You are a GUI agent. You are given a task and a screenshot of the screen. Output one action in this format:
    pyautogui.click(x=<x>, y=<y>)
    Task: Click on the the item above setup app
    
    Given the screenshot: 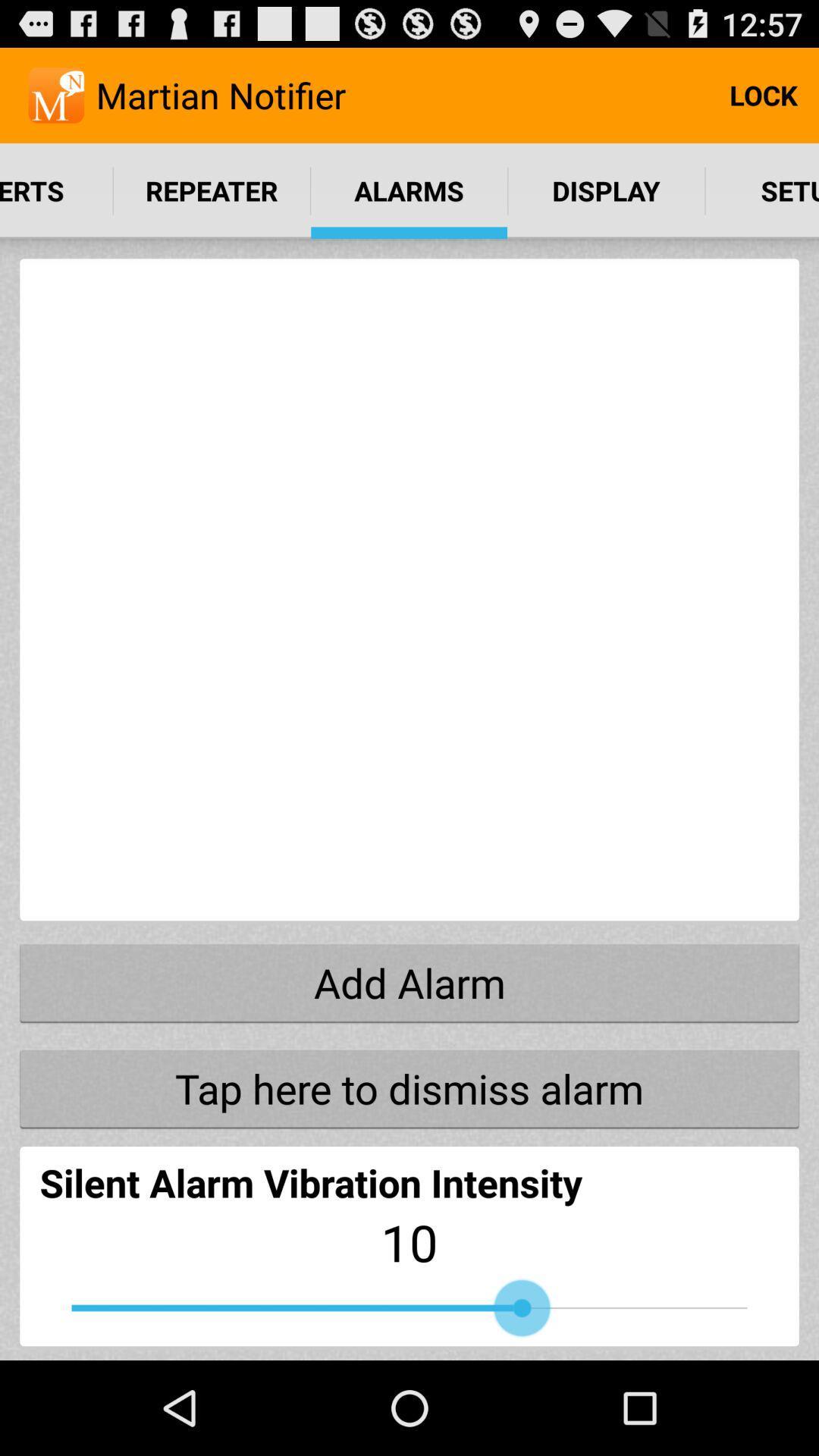 What is the action you would take?
    pyautogui.click(x=763, y=94)
    